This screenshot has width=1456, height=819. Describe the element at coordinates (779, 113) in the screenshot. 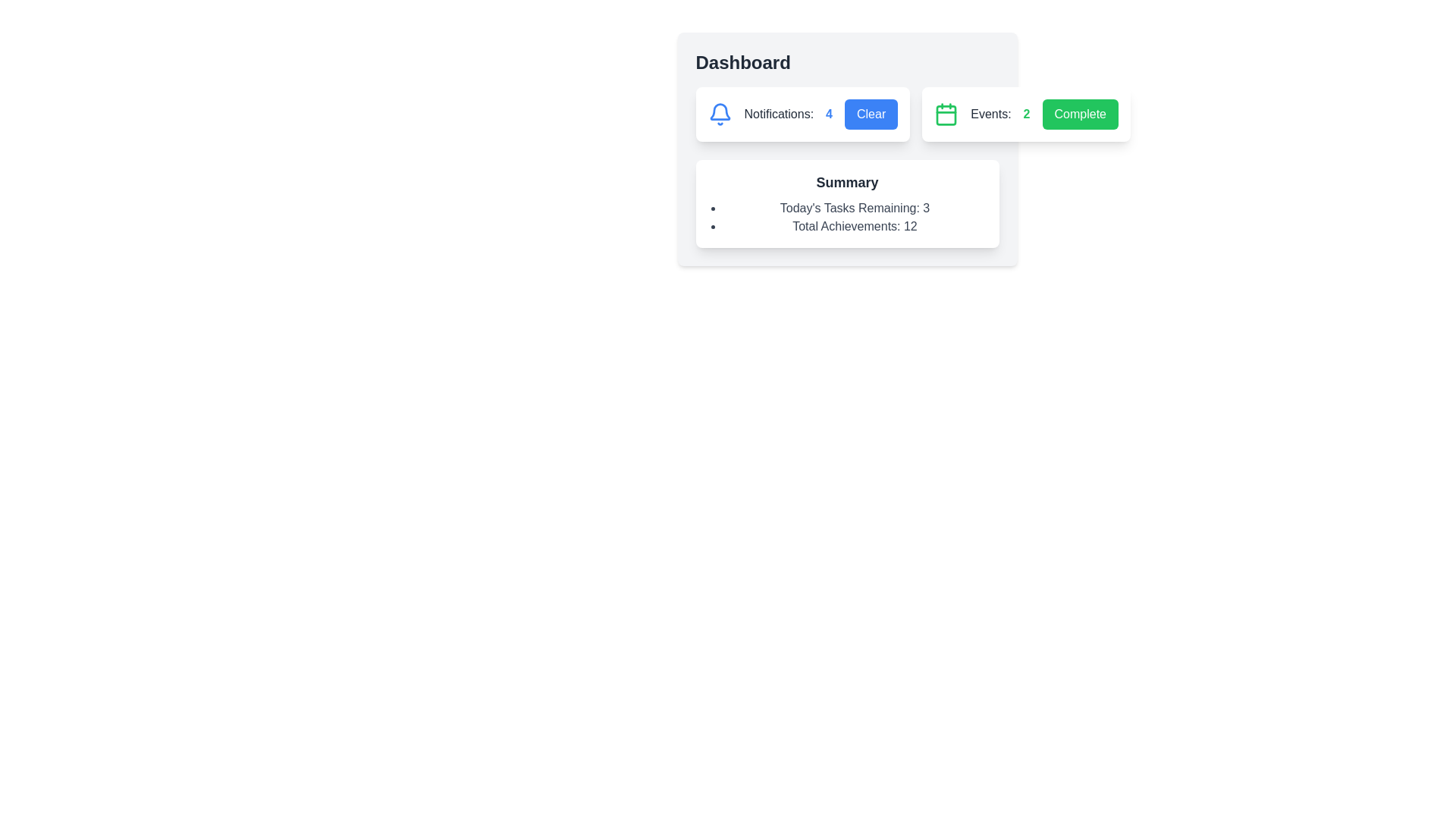

I see `notification section label located between the bell icon and the number '4' indicating notifications` at that location.